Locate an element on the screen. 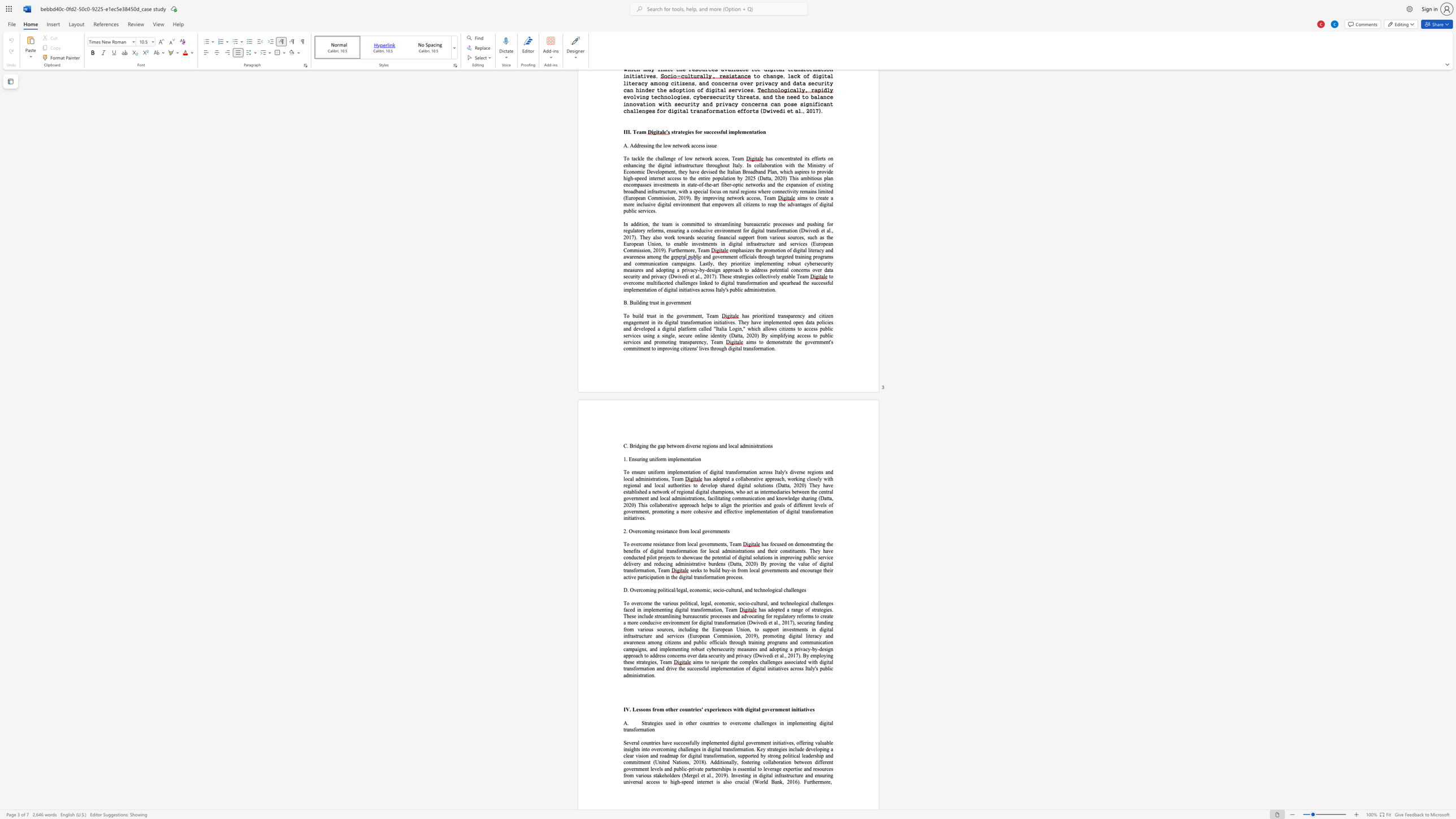  the 2th character "o" in the text is located at coordinates (657, 709).